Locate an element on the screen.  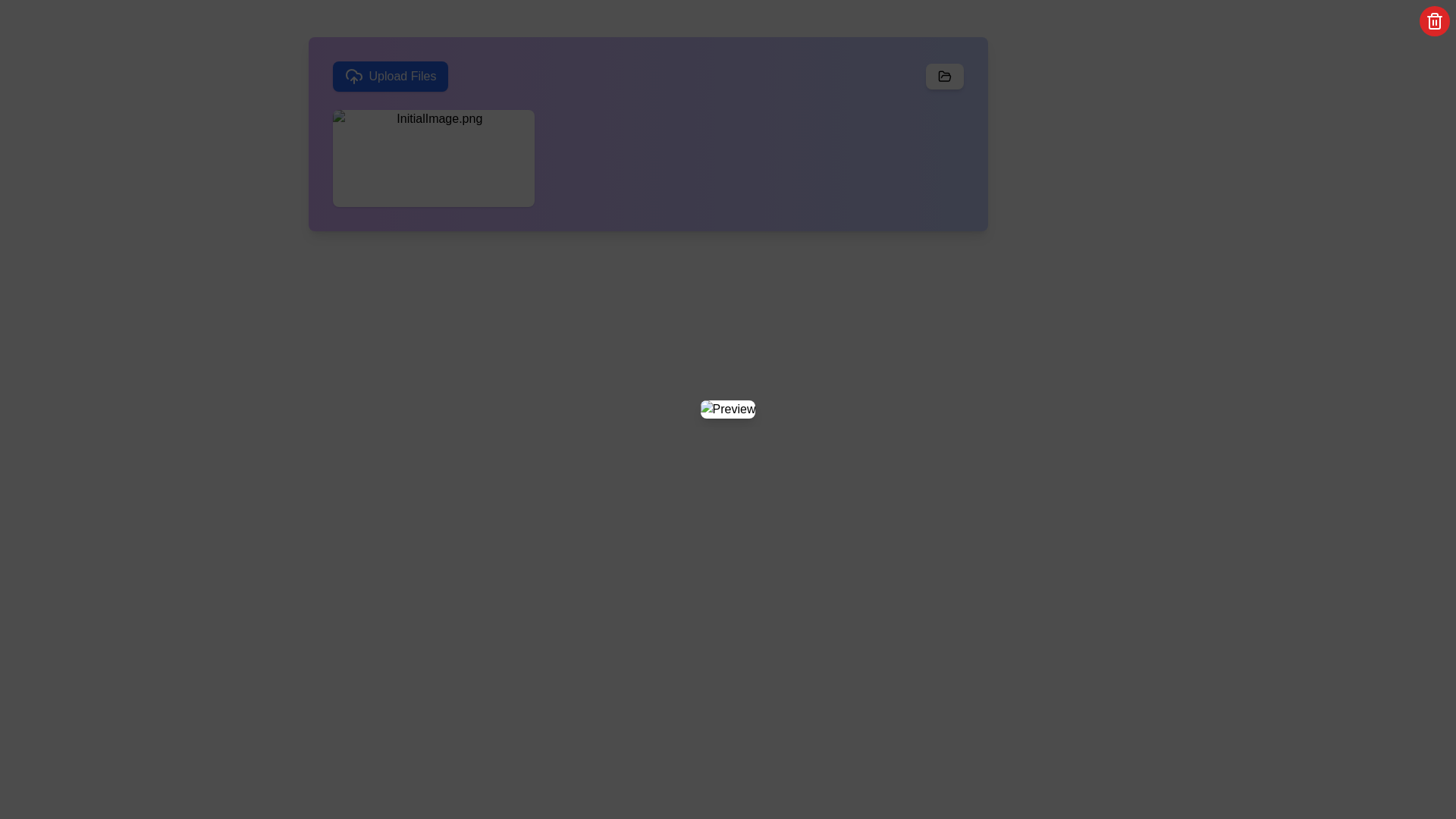
the button located at the top-right corner of the 'Upload Files' header section to activate the hover effect is located at coordinates (943, 76).